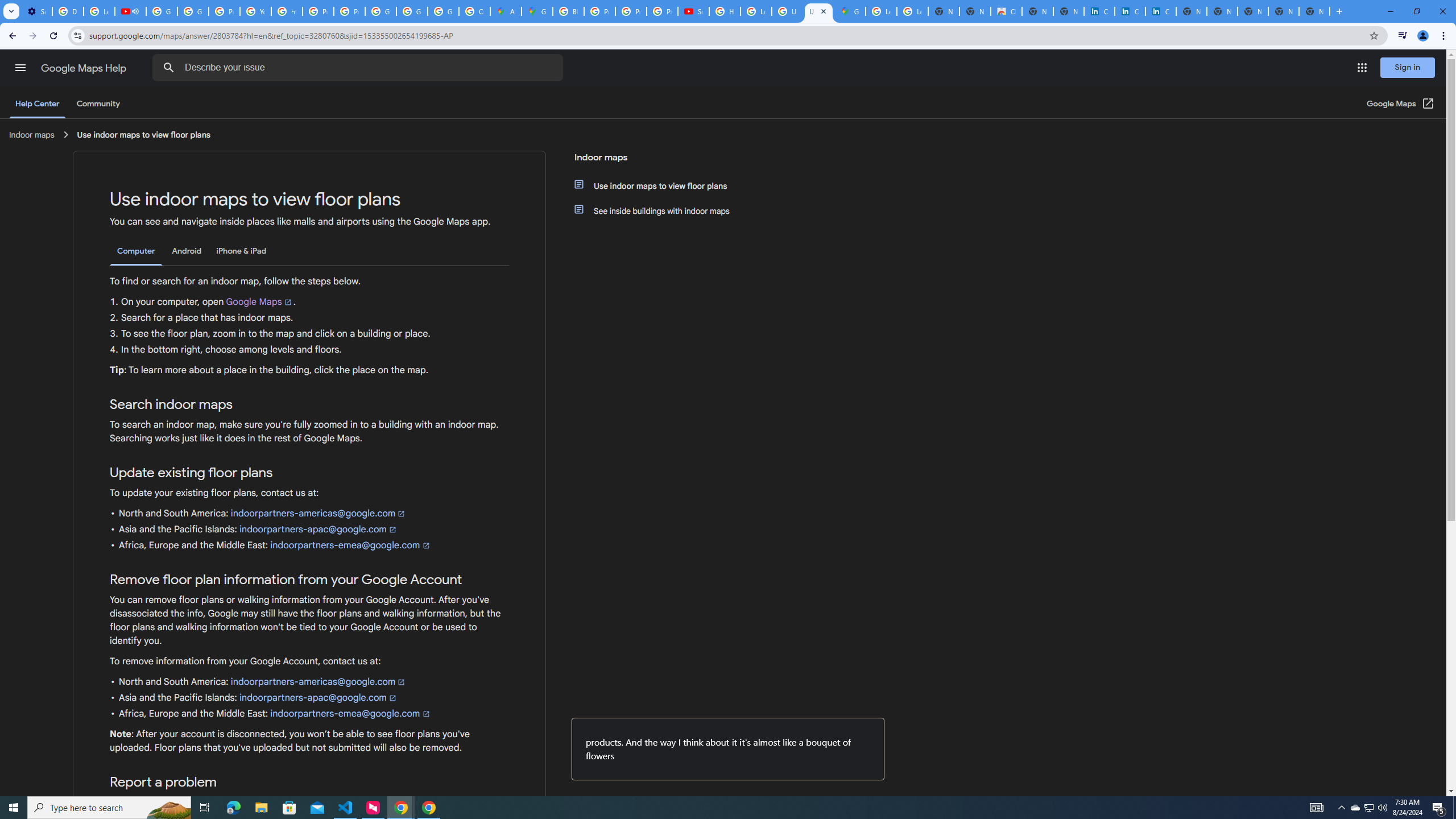 The width and height of the screenshot is (1456, 819). Describe the element at coordinates (1400, 103) in the screenshot. I see `'Google Maps (Open in a new window)'` at that location.